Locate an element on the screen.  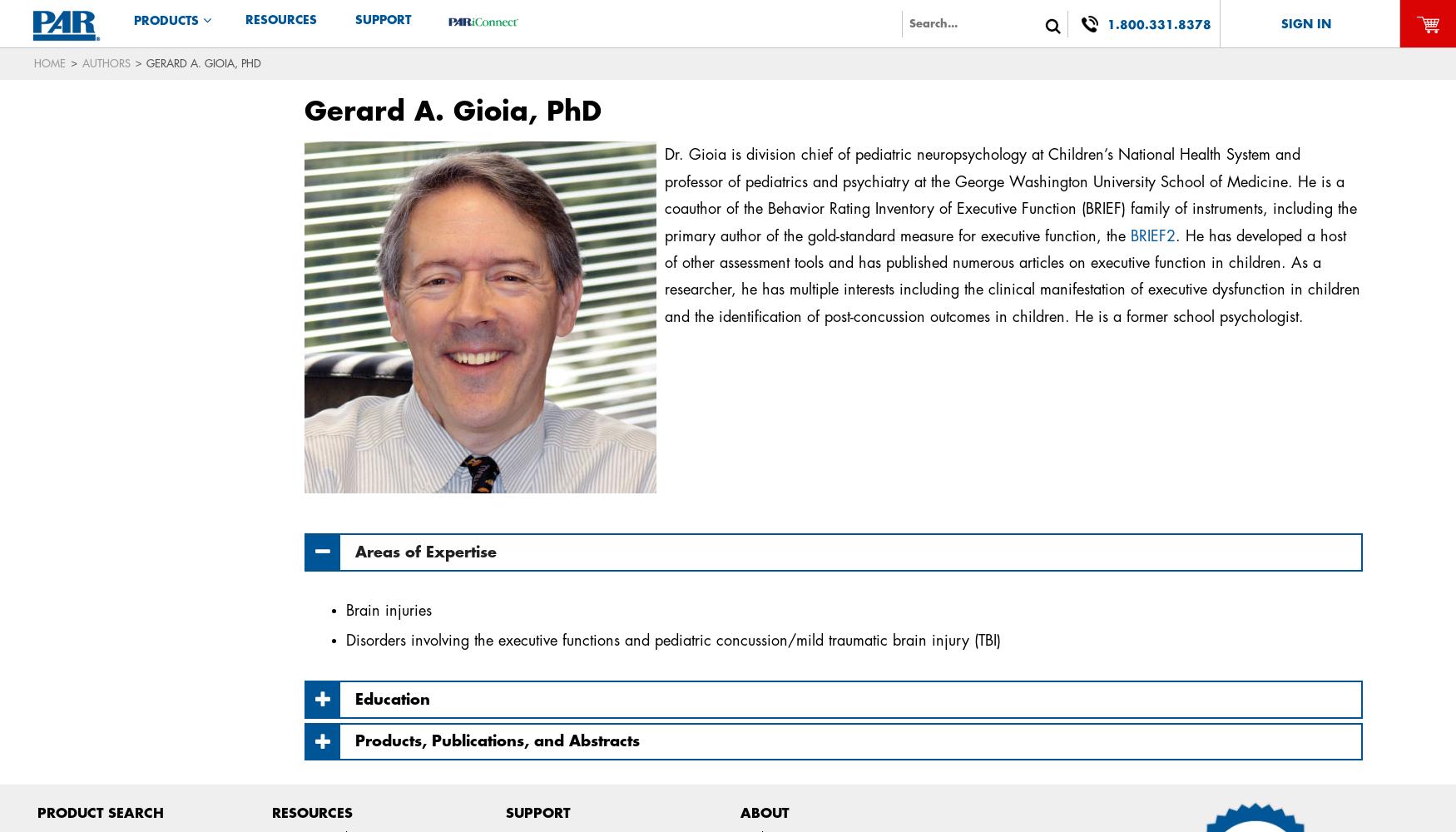
'Dr. Gioia is division chief of pediatric neuropsychology at Children’s National Health System and professor of pediatrics and psychiatry at the George Washington University School of Medicine. He is a coauthor of the Behavior Rating Inventory of Executive Function (BRIEF) family of instruments, including the primary author of the gold-standard measure for executive function, the' is located at coordinates (1009, 194).